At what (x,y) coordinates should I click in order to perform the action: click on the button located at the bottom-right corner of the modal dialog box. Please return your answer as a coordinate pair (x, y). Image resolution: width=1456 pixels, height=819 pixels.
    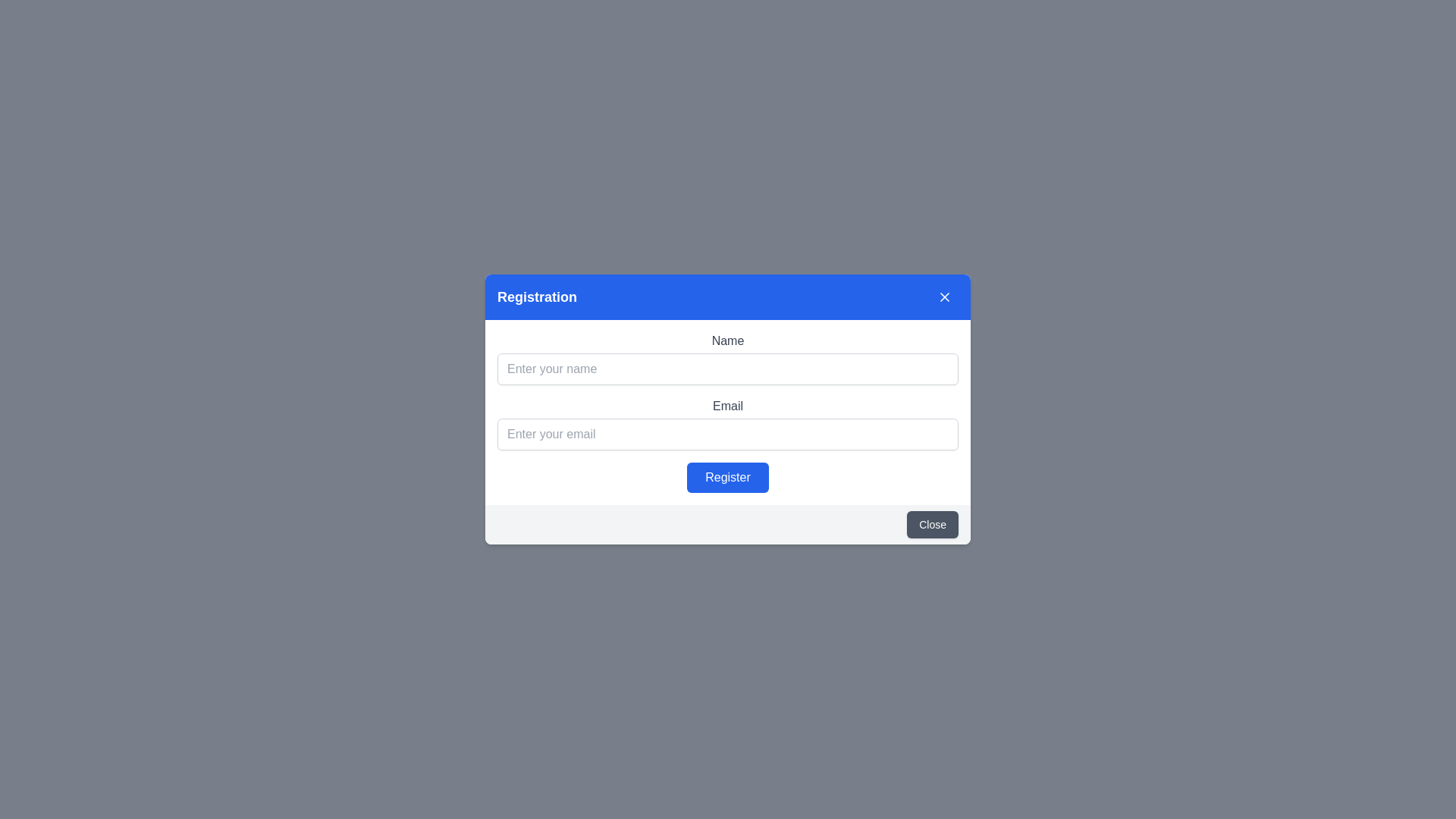
    Looking at the image, I should click on (932, 523).